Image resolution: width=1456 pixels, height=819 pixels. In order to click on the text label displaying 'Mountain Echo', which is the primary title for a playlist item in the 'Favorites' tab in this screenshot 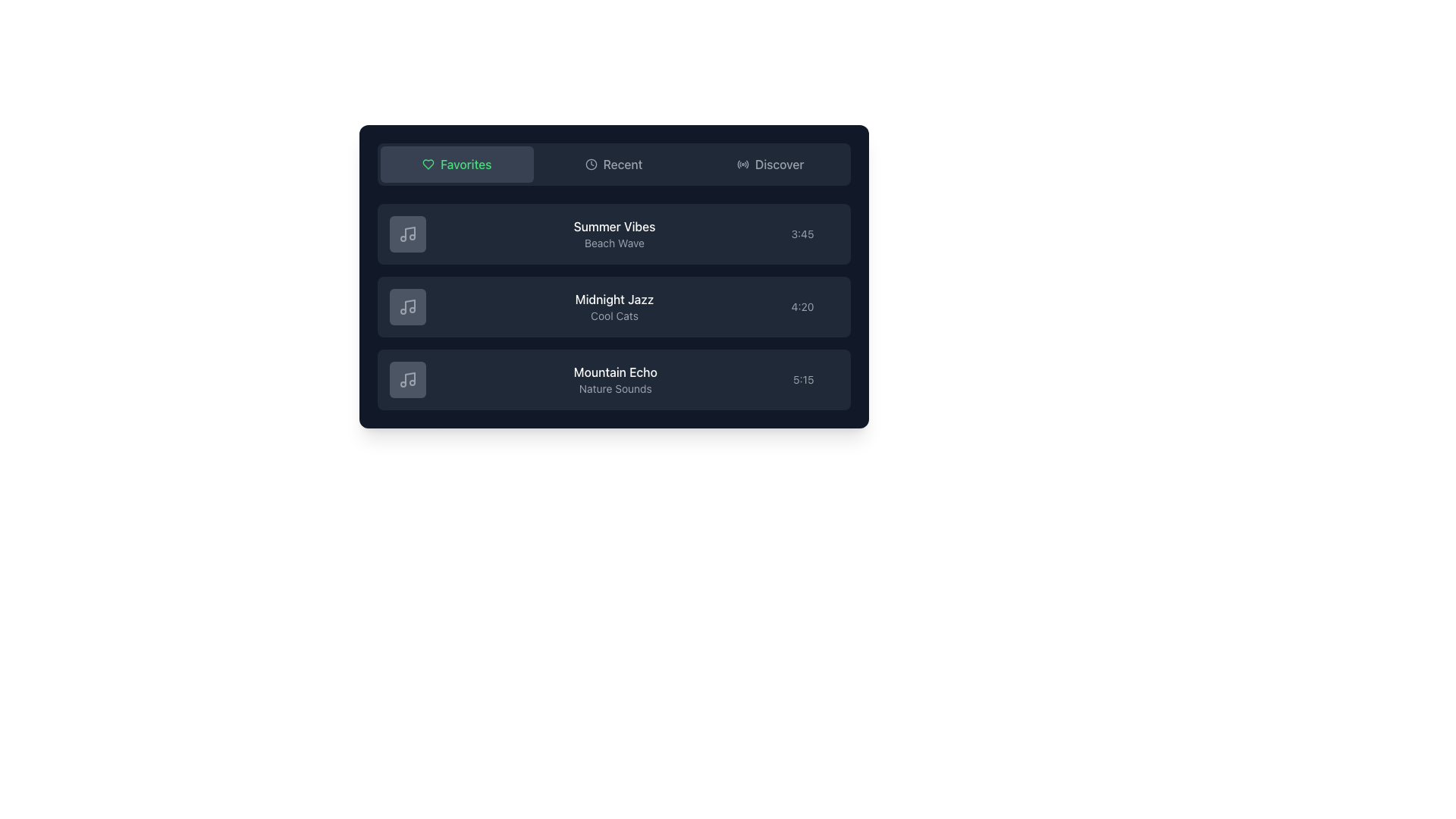, I will do `click(615, 372)`.